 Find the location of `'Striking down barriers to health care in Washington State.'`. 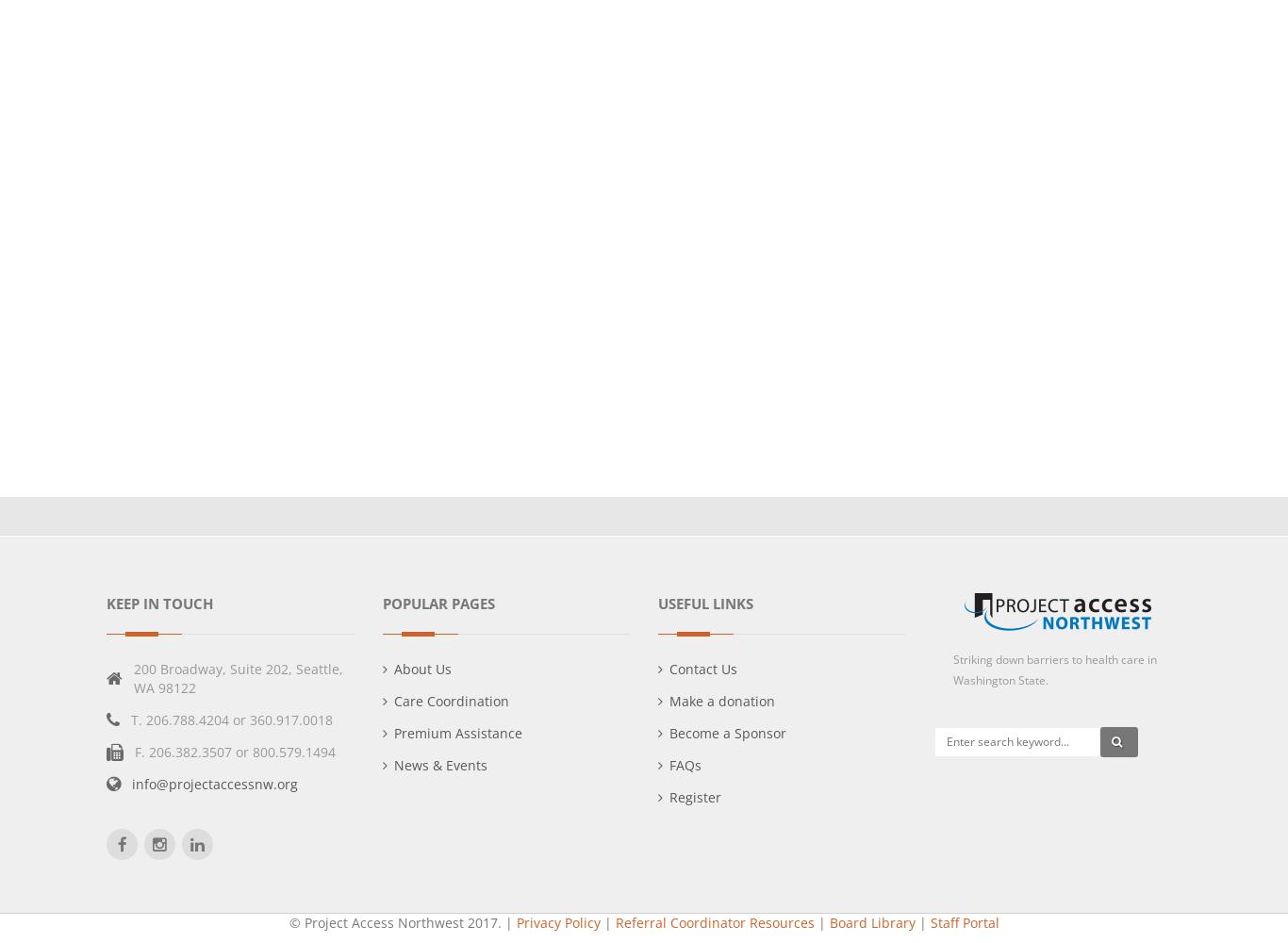

'Striking down barriers to health care in Washington State.' is located at coordinates (1052, 669).